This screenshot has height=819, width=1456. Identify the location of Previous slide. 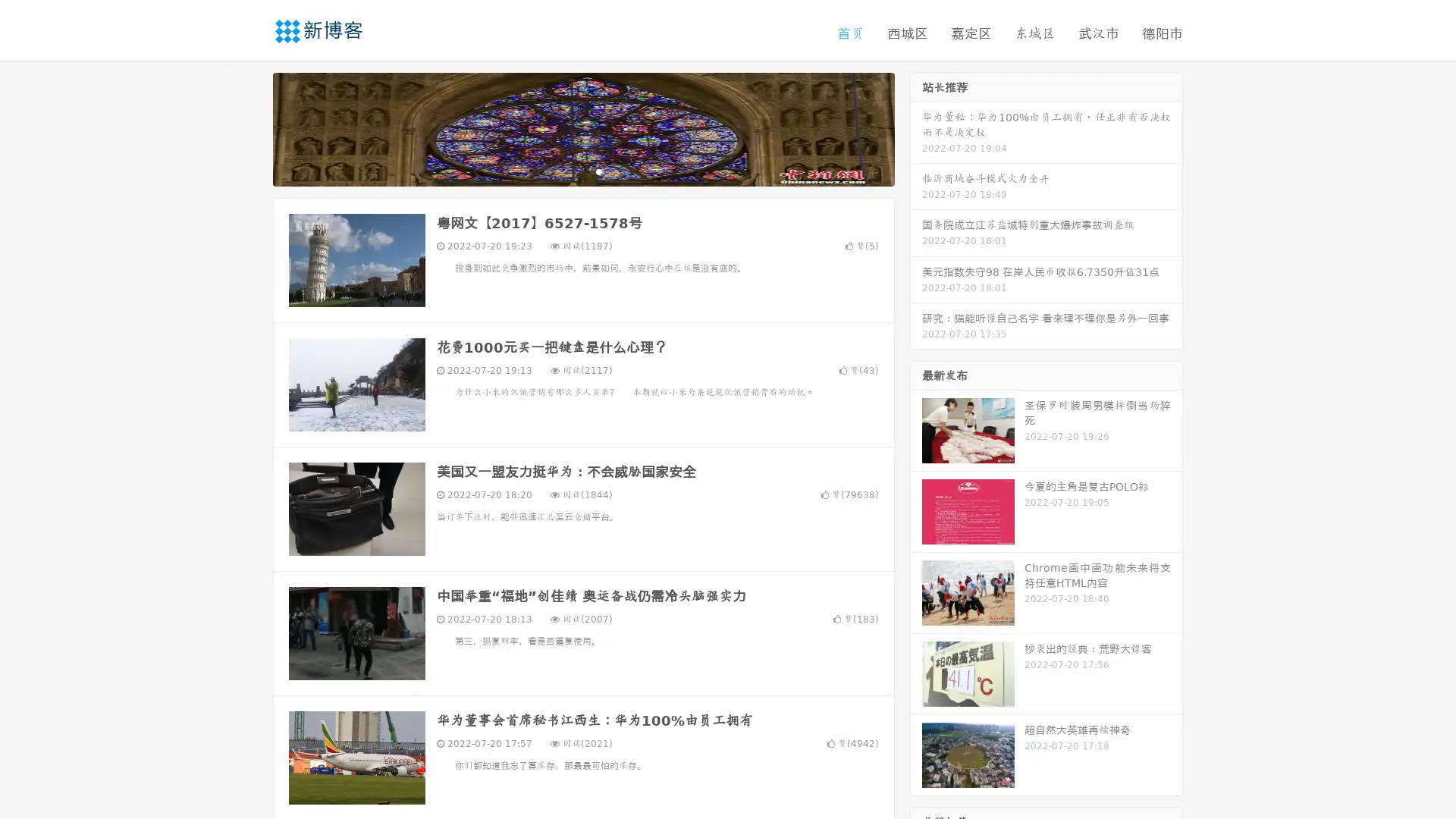
(250, 127).